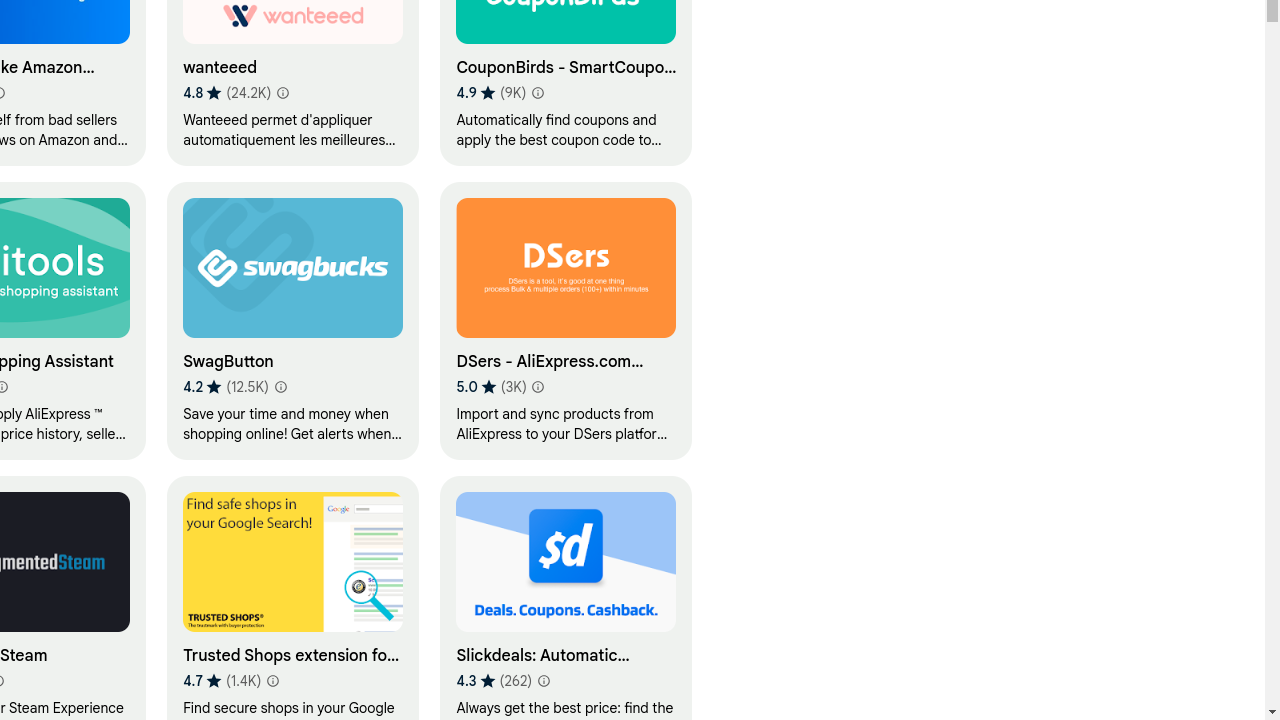  What do you see at coordinates (543, 679) in the screenshot?
I see `'Learn more about results and reviews "Slickdeals: Automatic Coupons and Deals"'` at bounding box center [543, 679].